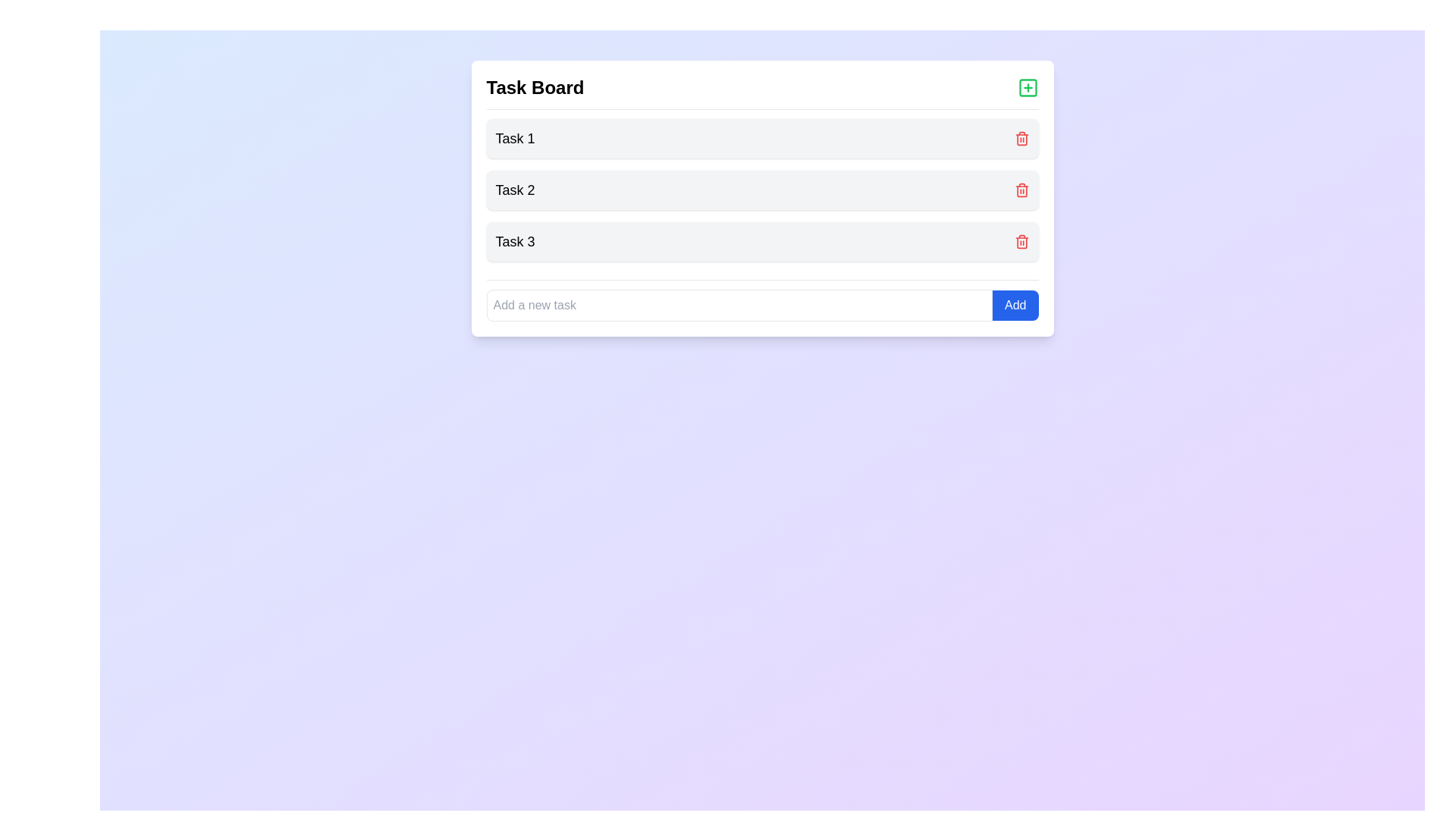 The image size is (1456, 819). Describe the element at coordinates (1028, 87) in the screenshot. I see `the plus sign icon button located in the top-right corner of the 'Task Board' panel` at that location.